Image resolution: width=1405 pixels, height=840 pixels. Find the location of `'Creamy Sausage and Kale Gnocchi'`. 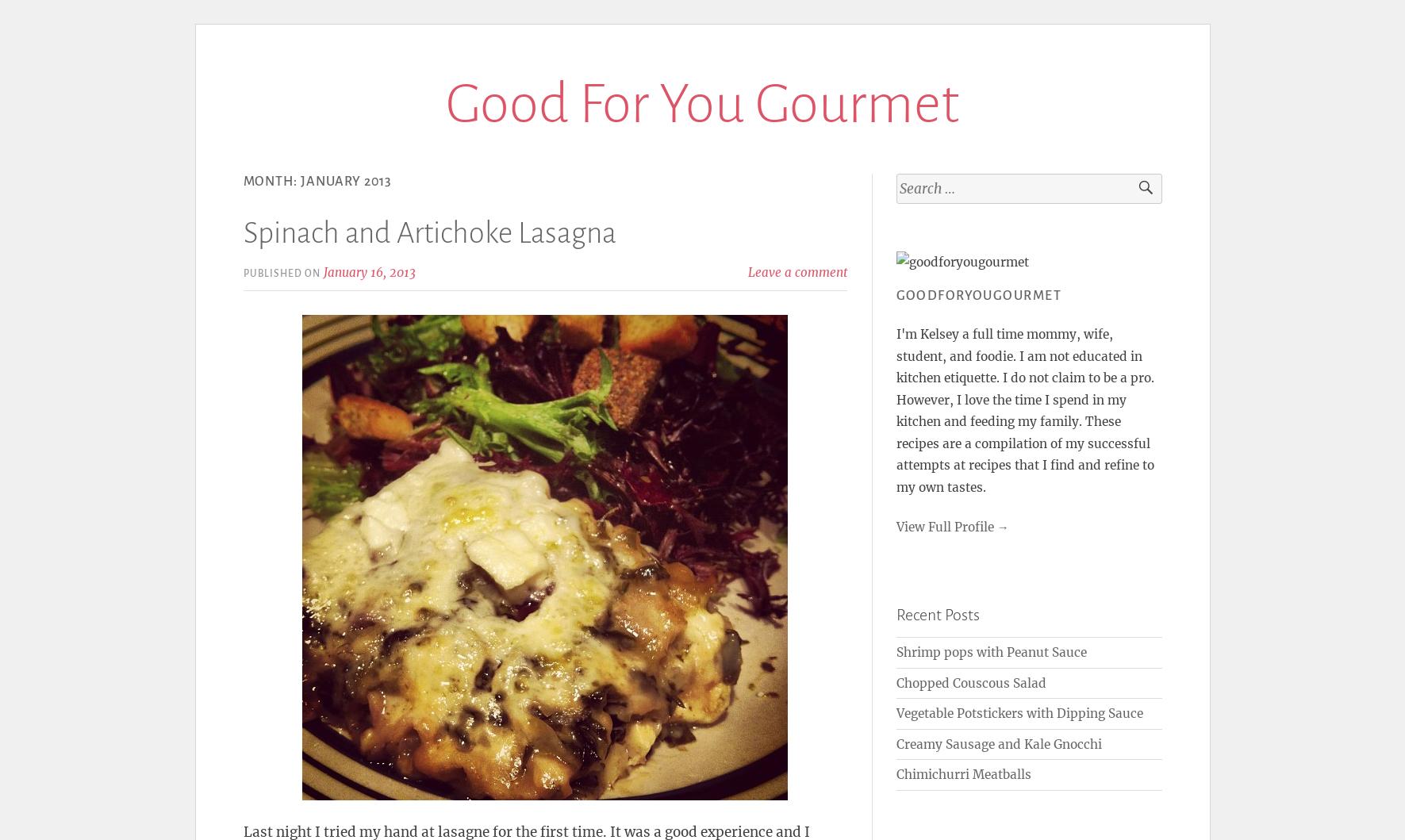

'Creamy Sausage and Kale Gnocchi' is located at coordinates (895, 743).